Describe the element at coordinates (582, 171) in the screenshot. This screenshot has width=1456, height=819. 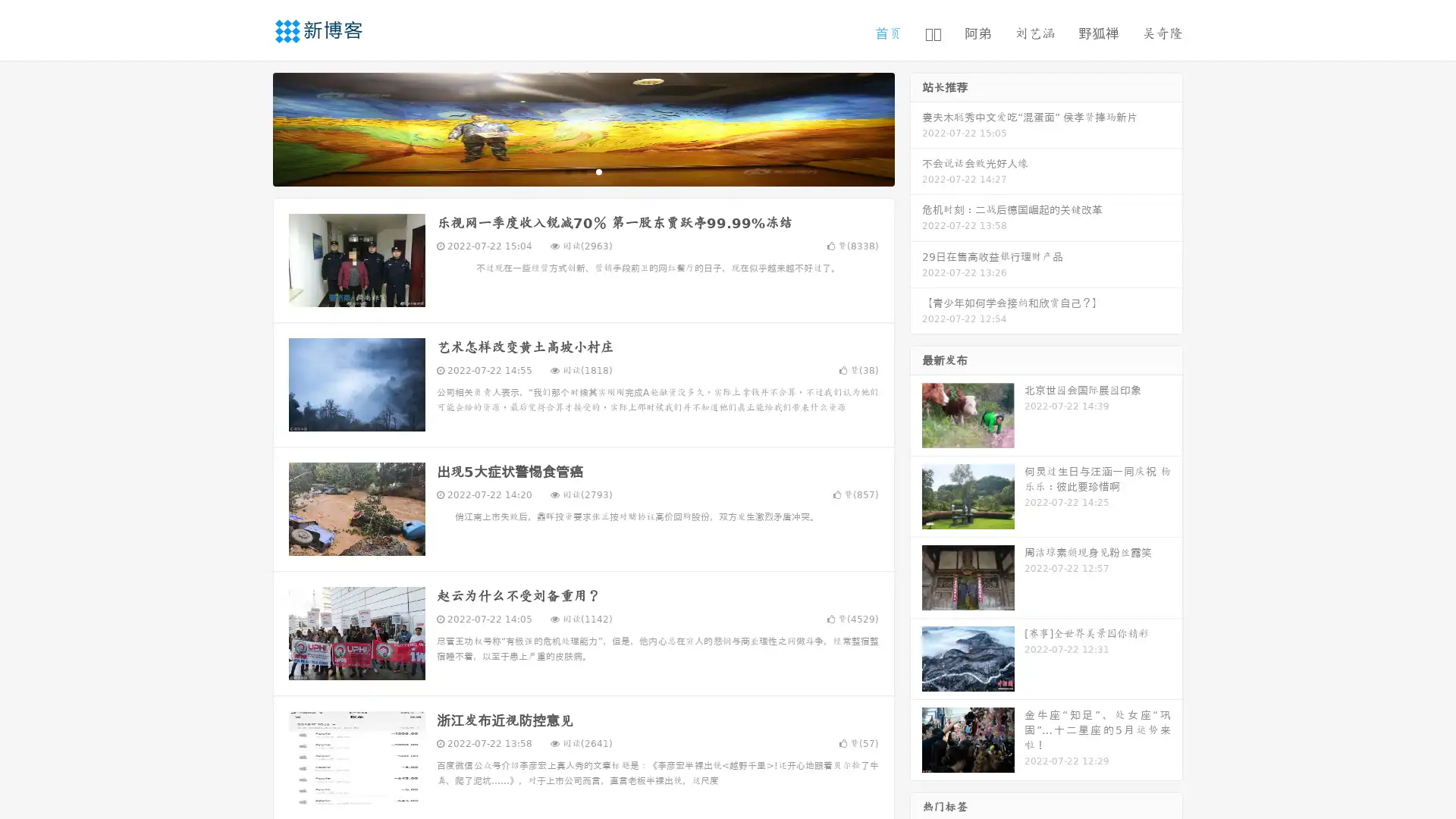
I see `Go to slide 2` at that location.